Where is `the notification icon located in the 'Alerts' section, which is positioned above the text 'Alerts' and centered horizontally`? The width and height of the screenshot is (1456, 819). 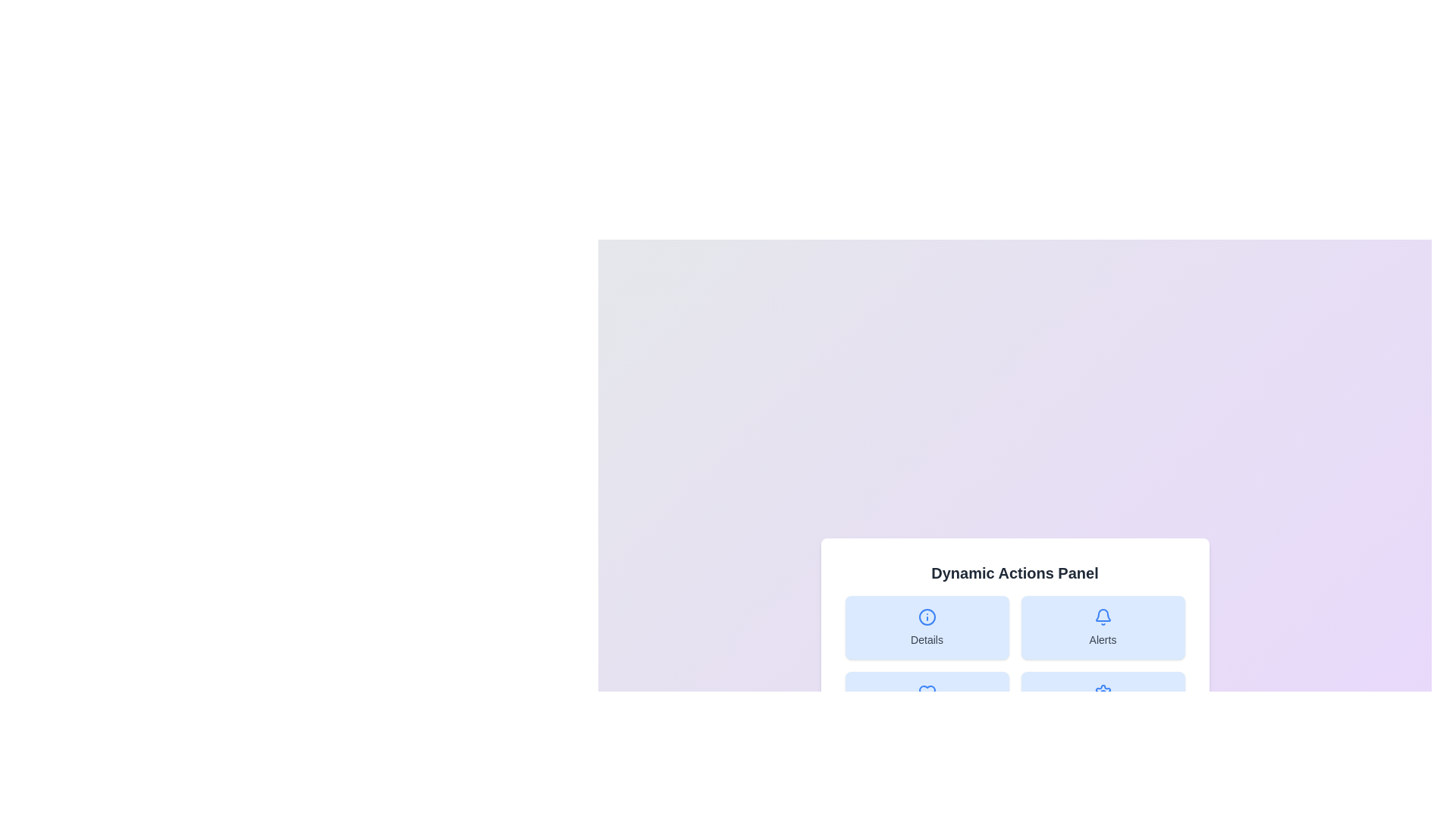 the notification icon located in the 'Alerts' section, which is positioned above the text 'Alerts' and centered horizontally is located at coordinates (1103, 617).